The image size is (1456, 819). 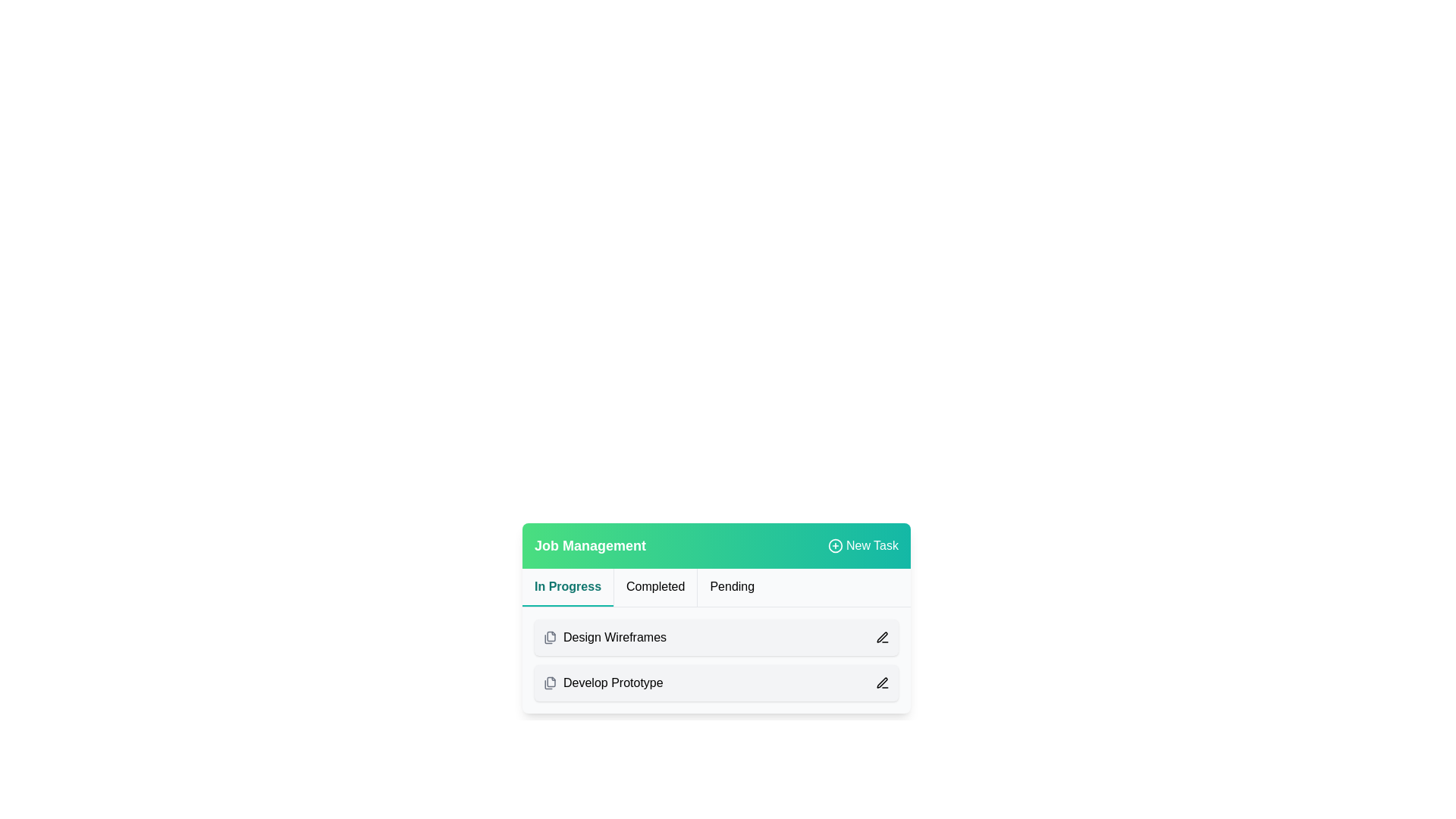 I want to click on the text label displaying 'Develop Prototype', which is the second item in the 'In Progress' category of the task management interface, so click(x=613, y=683).